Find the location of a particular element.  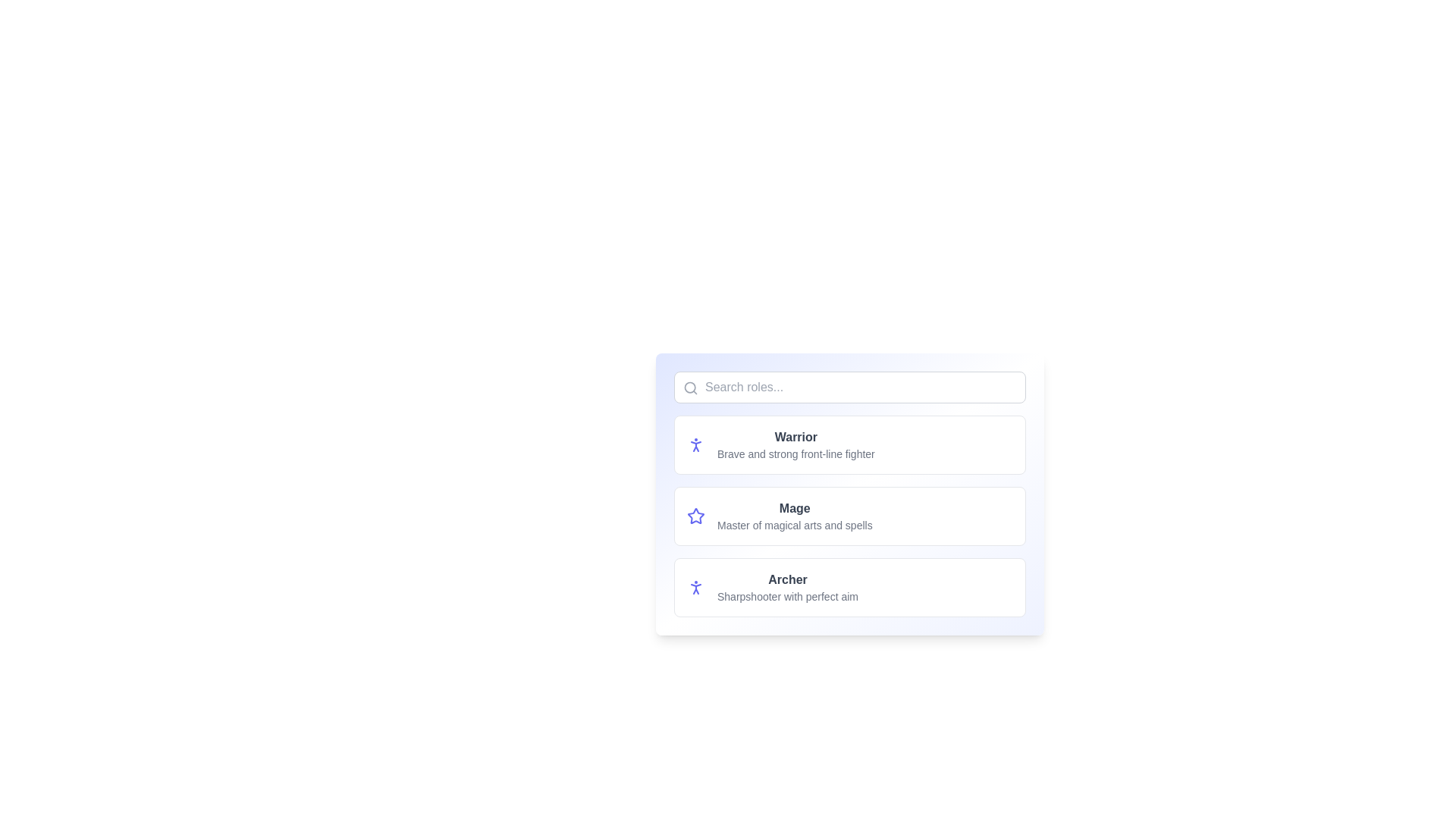

the text label that says 'Sharpshooter with perfect aim', which is styled in a smaller font size and light gray color, located directly beneath the bold title 'Archer' is located at coordinates (787, 595).